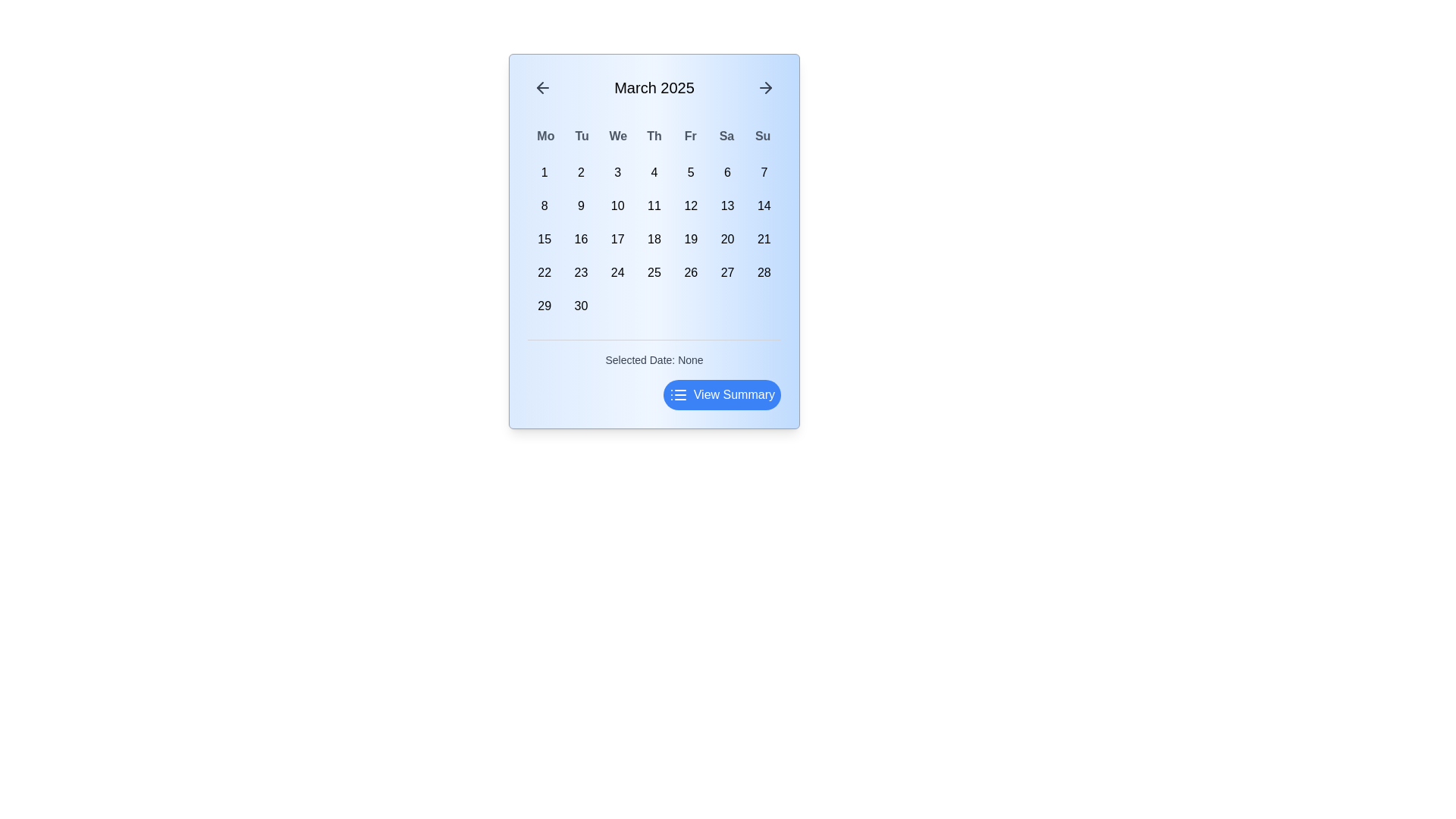  What do you see at coordinates (544, 306) in the screenshot?
I see `the button displaying the number '29' in the calendar view` at bounding box center [544, 306].